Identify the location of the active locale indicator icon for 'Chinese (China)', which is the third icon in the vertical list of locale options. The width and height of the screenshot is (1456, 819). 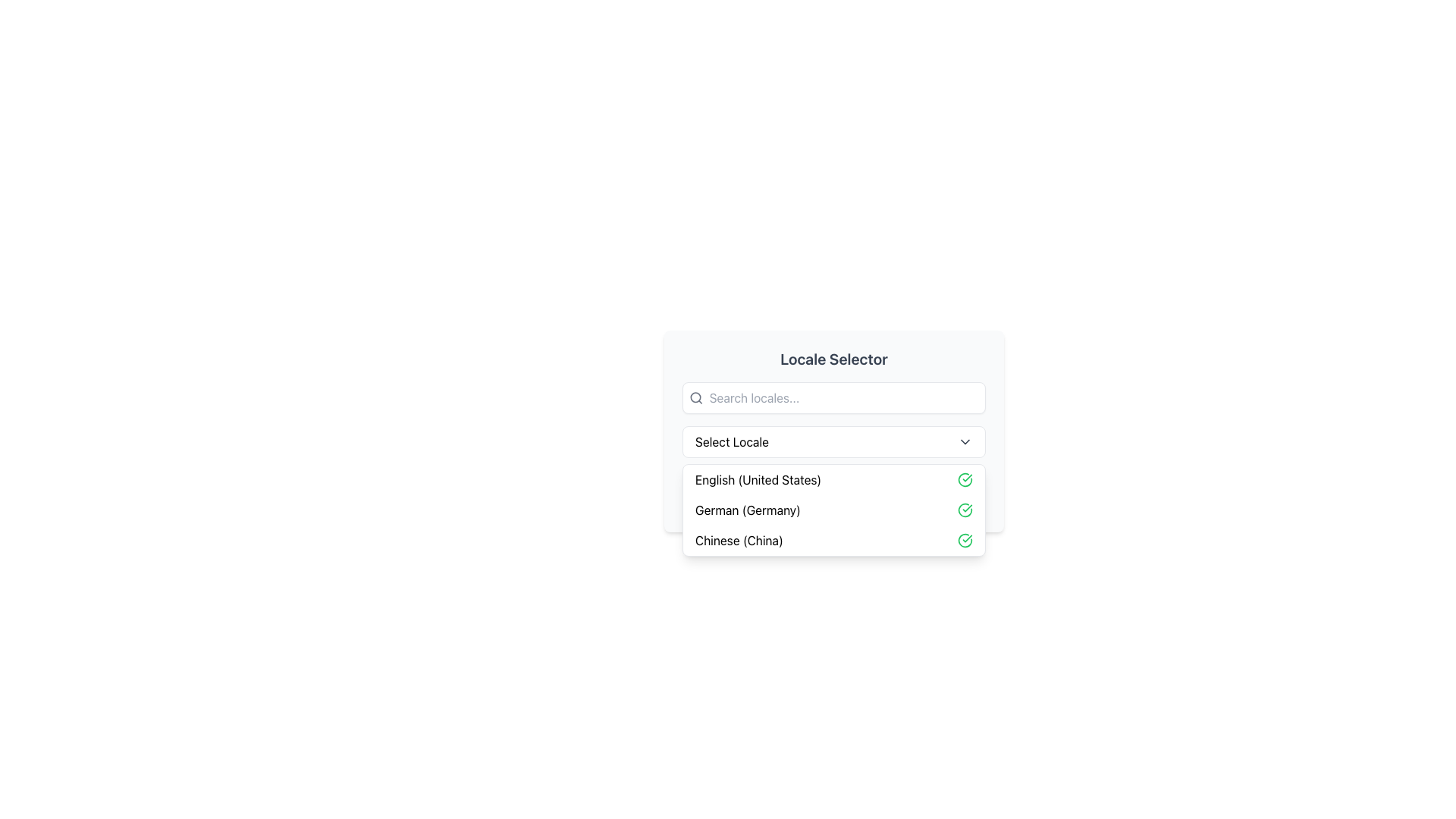
(964, 540).